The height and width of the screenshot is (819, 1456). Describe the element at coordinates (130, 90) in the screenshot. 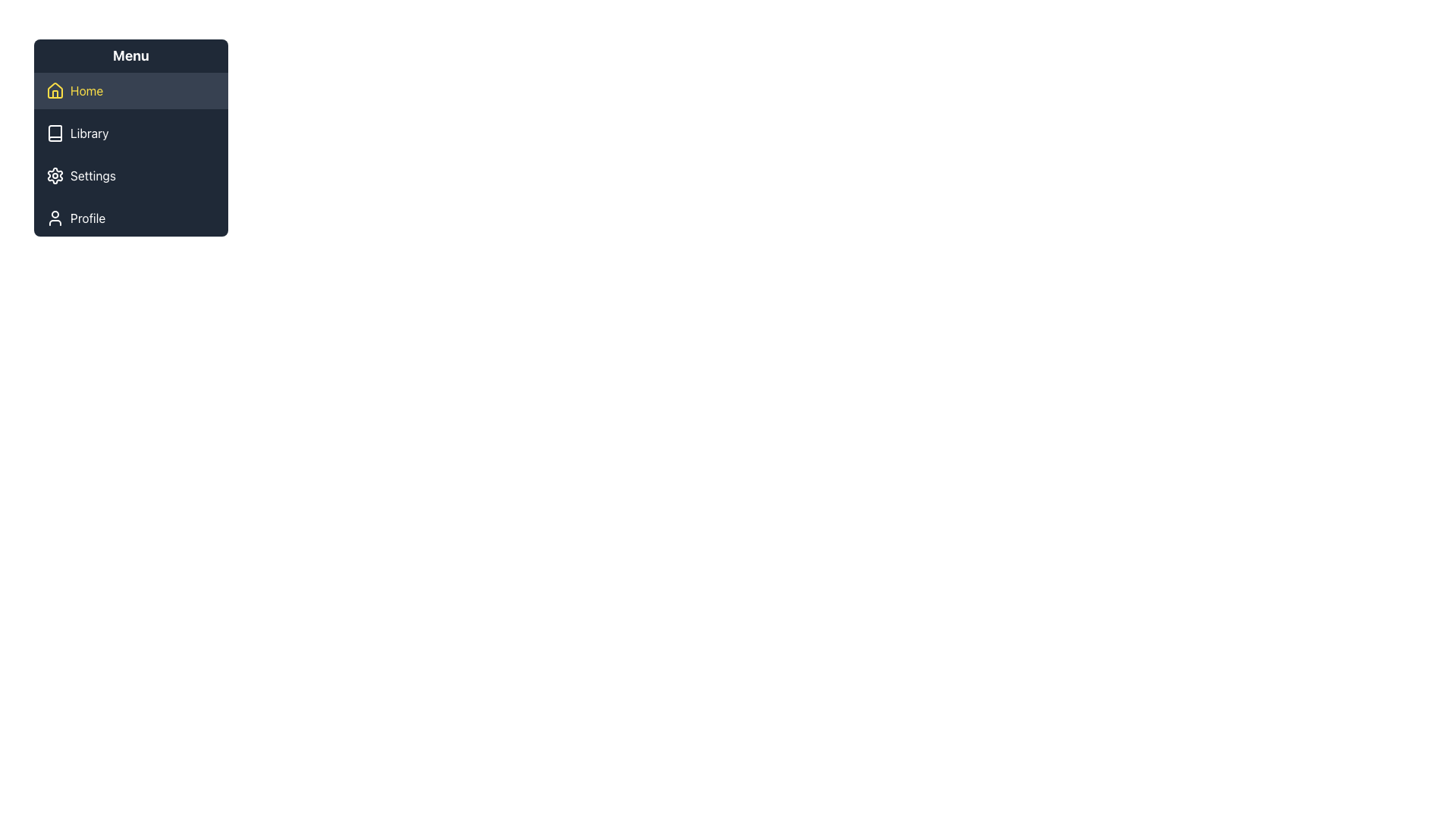

I see `the 'Home' menu item, which is the first item in the vertical navigation menu` at that location.